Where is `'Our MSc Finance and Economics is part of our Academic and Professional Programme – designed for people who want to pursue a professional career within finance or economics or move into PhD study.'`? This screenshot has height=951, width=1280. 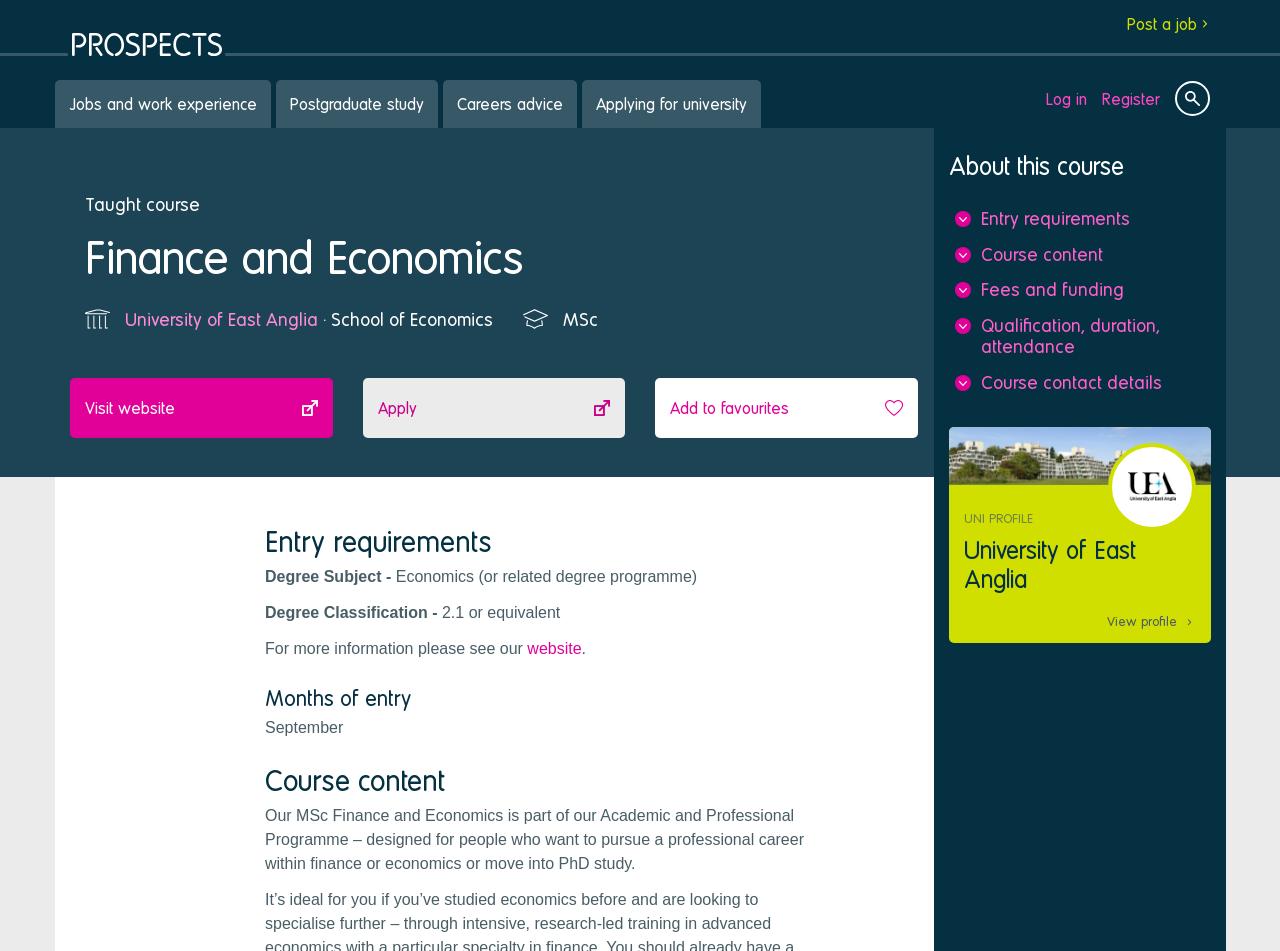
'Our MSc Finance and Economics is part of our Academic and Professional Programme – designed for people who want to pursue a professional career within finance or economics or move into PhD study.' is located at coordinates (263, 837).